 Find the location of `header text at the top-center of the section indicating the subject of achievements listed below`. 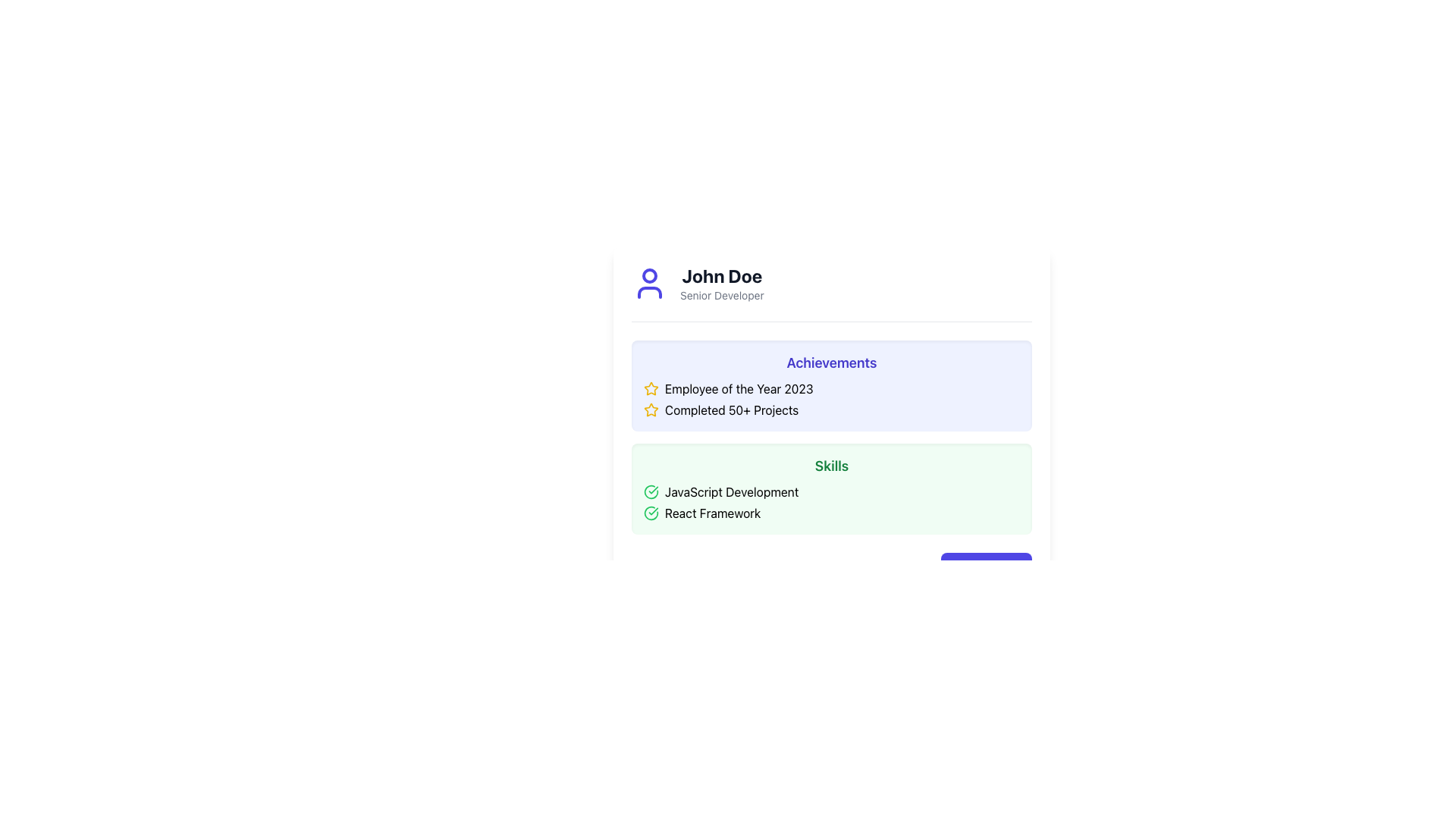

header text at the top-center of the section indicating the subject of achievements listed below is located at coordinates (831, 362).